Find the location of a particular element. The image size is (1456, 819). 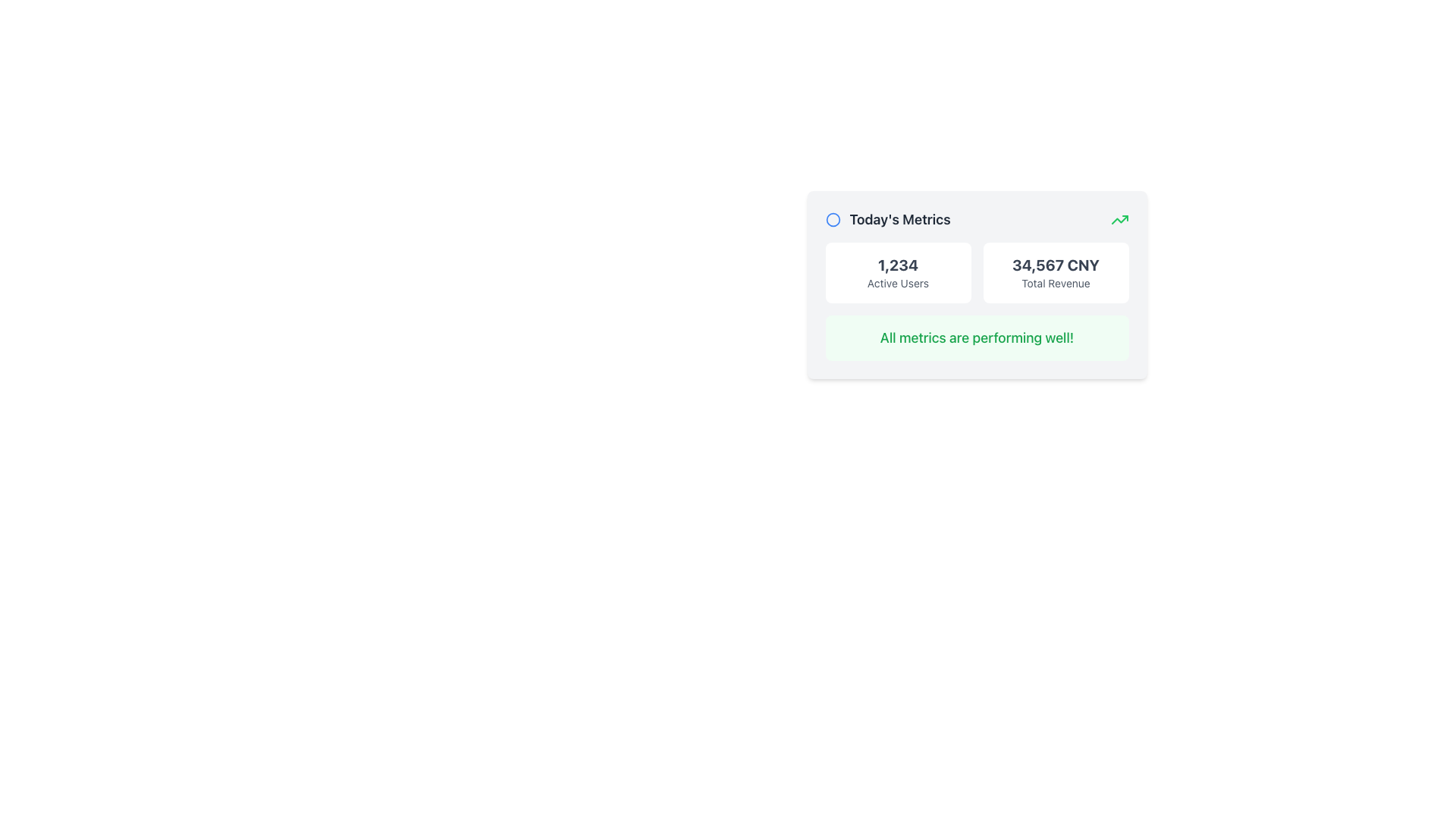

informational message from the text label located centrally within the light green rounded rectangular box below '1,234 Active Users' and '34,567 CNY Total Revenue' in the 'Today's Metrics' card is located at coordinates (977, 337).